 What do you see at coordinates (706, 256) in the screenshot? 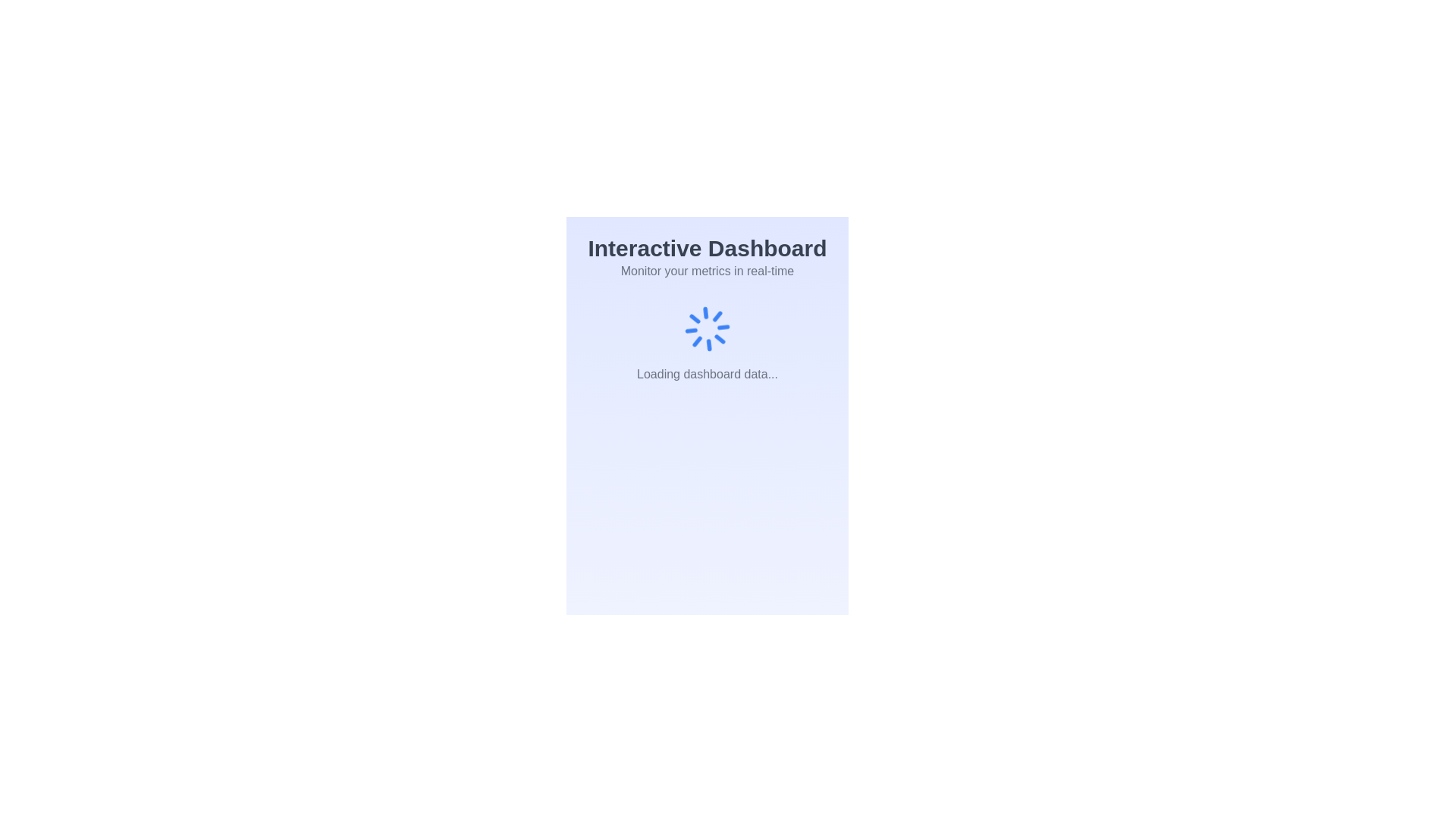
I see `header text that introduces and emphasizes the purpose of the interactive dashboard, which is located at the top-center of the interface` at bounding box center [706, 256].